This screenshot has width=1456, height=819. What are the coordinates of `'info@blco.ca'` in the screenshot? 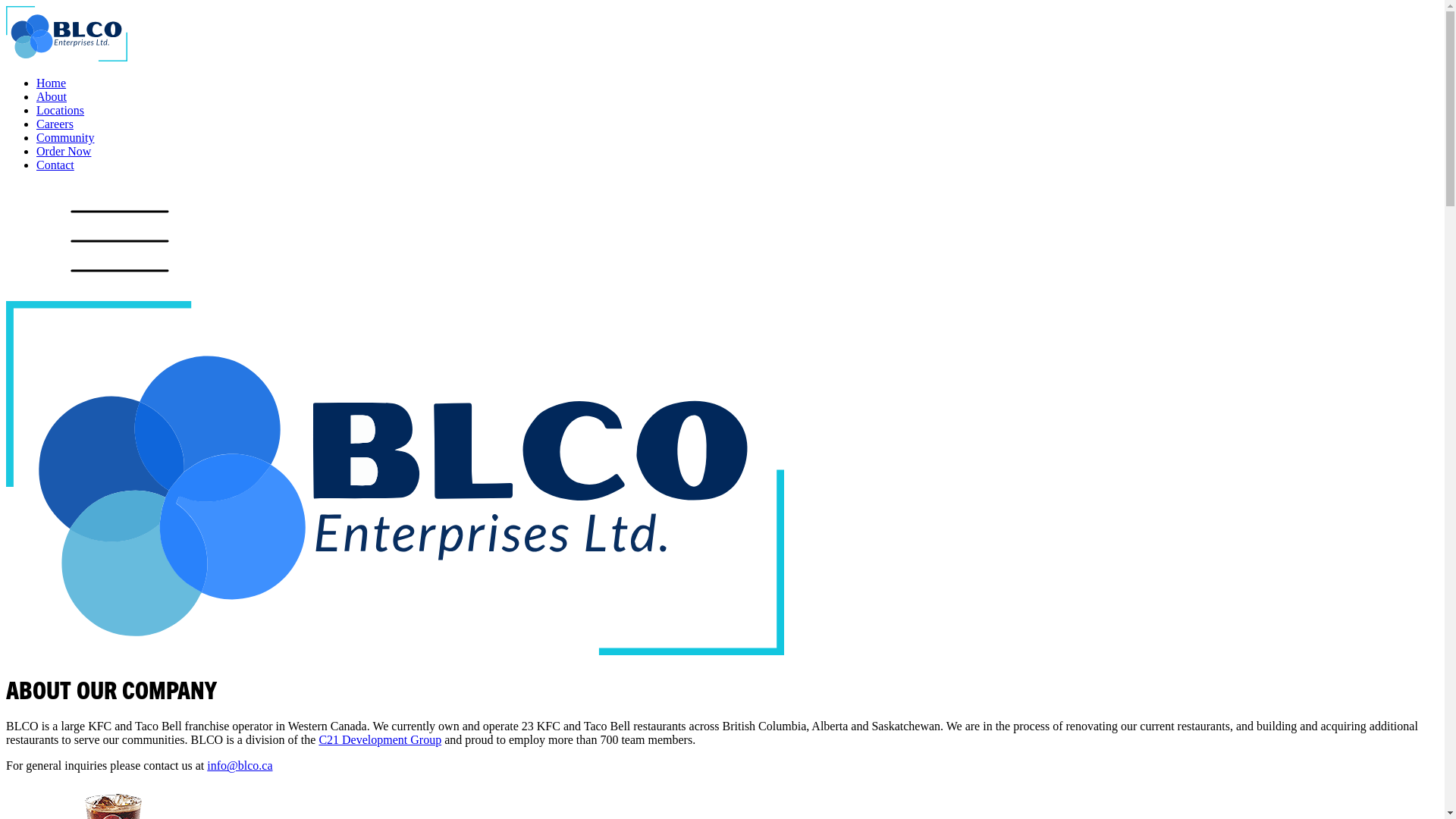 It's located at (239, 765).